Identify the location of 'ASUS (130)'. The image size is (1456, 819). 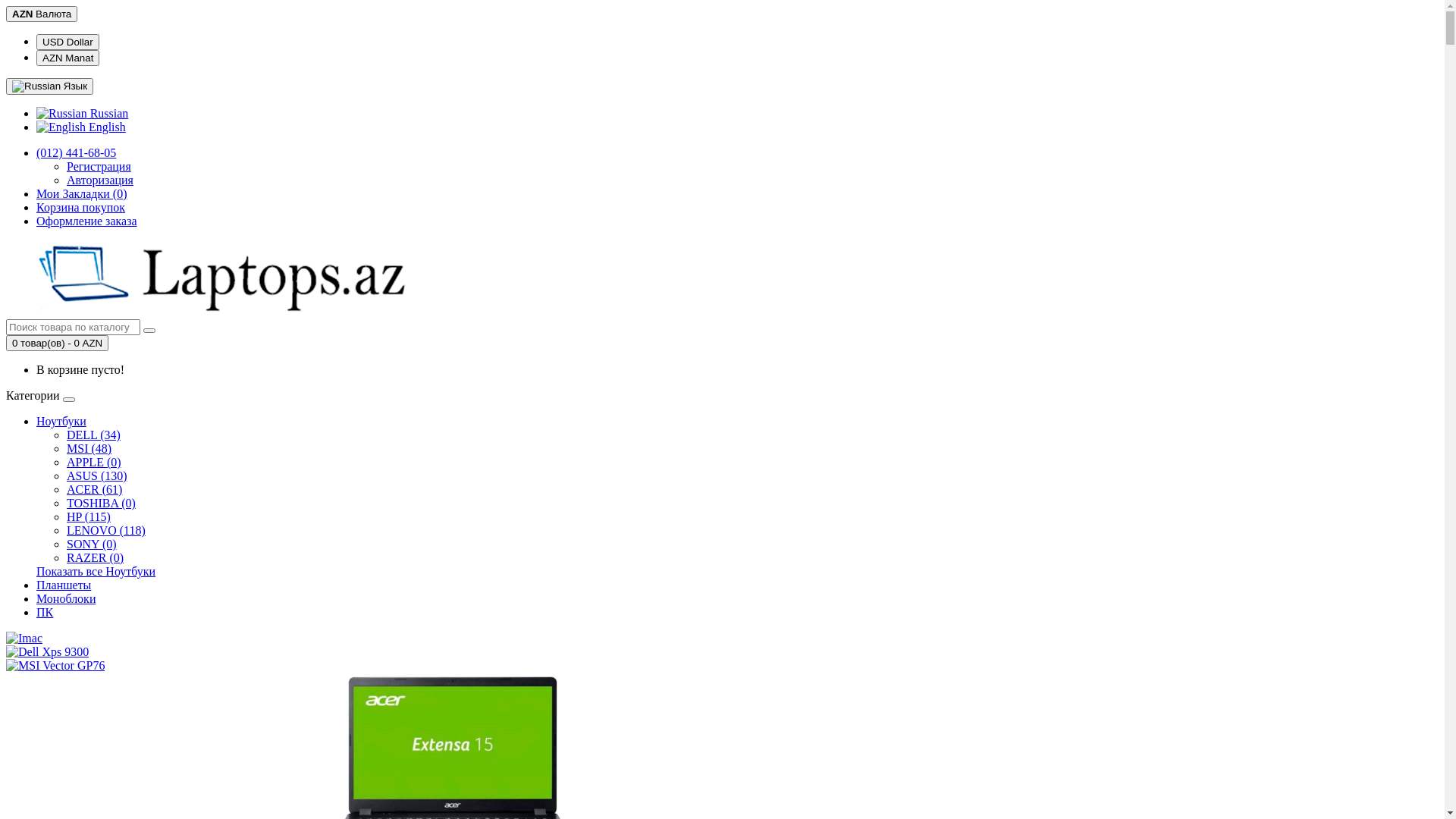
(65, 475).